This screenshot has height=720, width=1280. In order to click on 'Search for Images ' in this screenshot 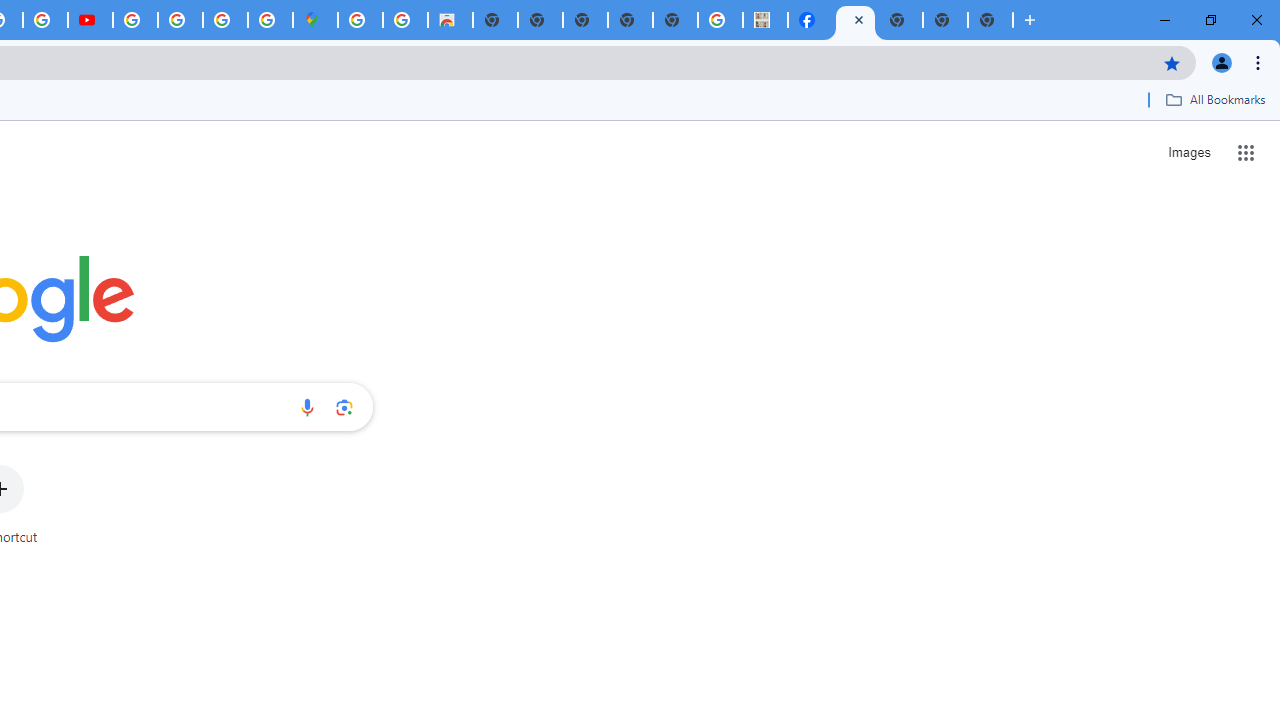, I will do `click(1189, 152)`.